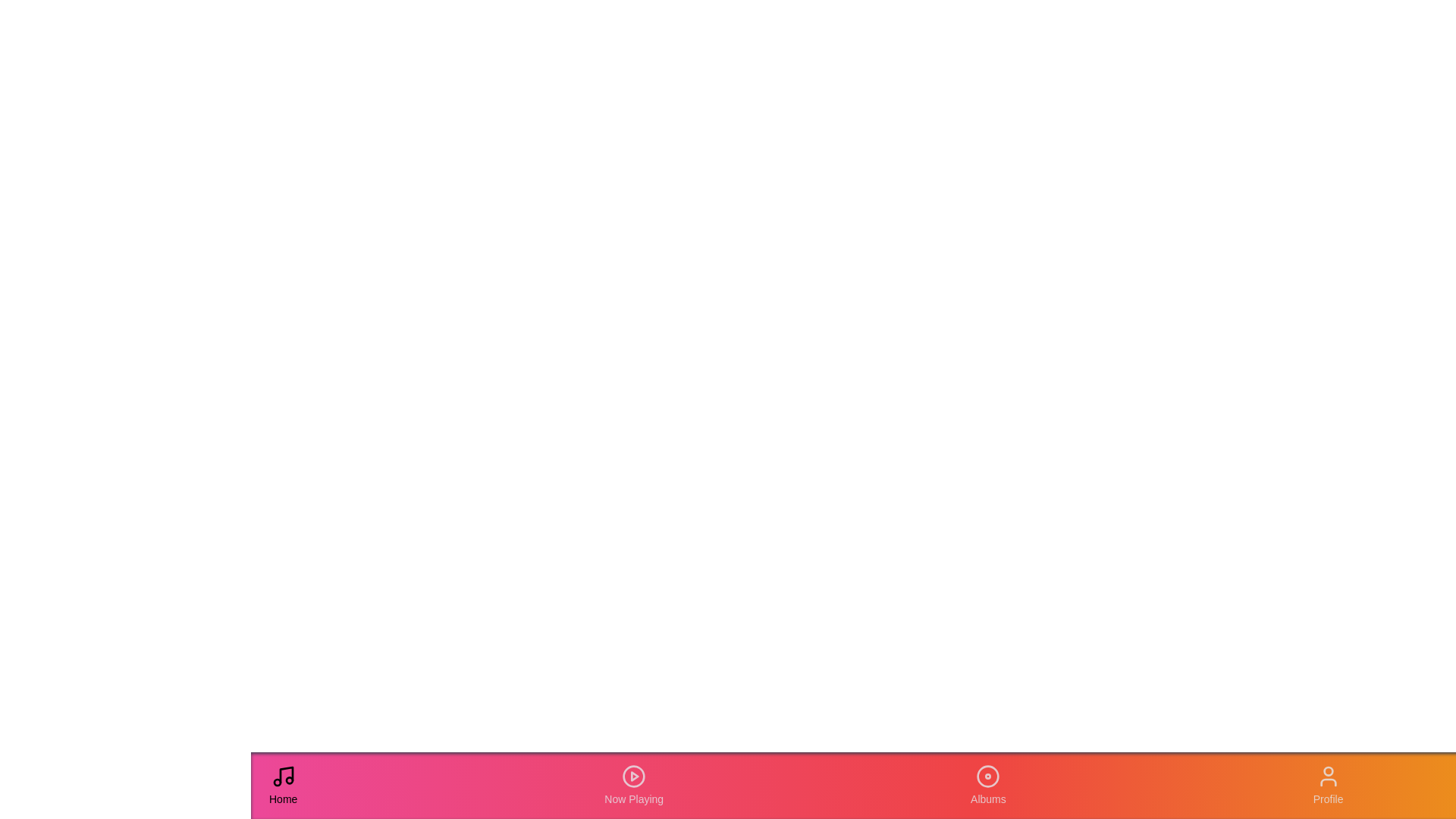  I want to click on the Now Playing tab in the navigation bar, so click(634, 785).